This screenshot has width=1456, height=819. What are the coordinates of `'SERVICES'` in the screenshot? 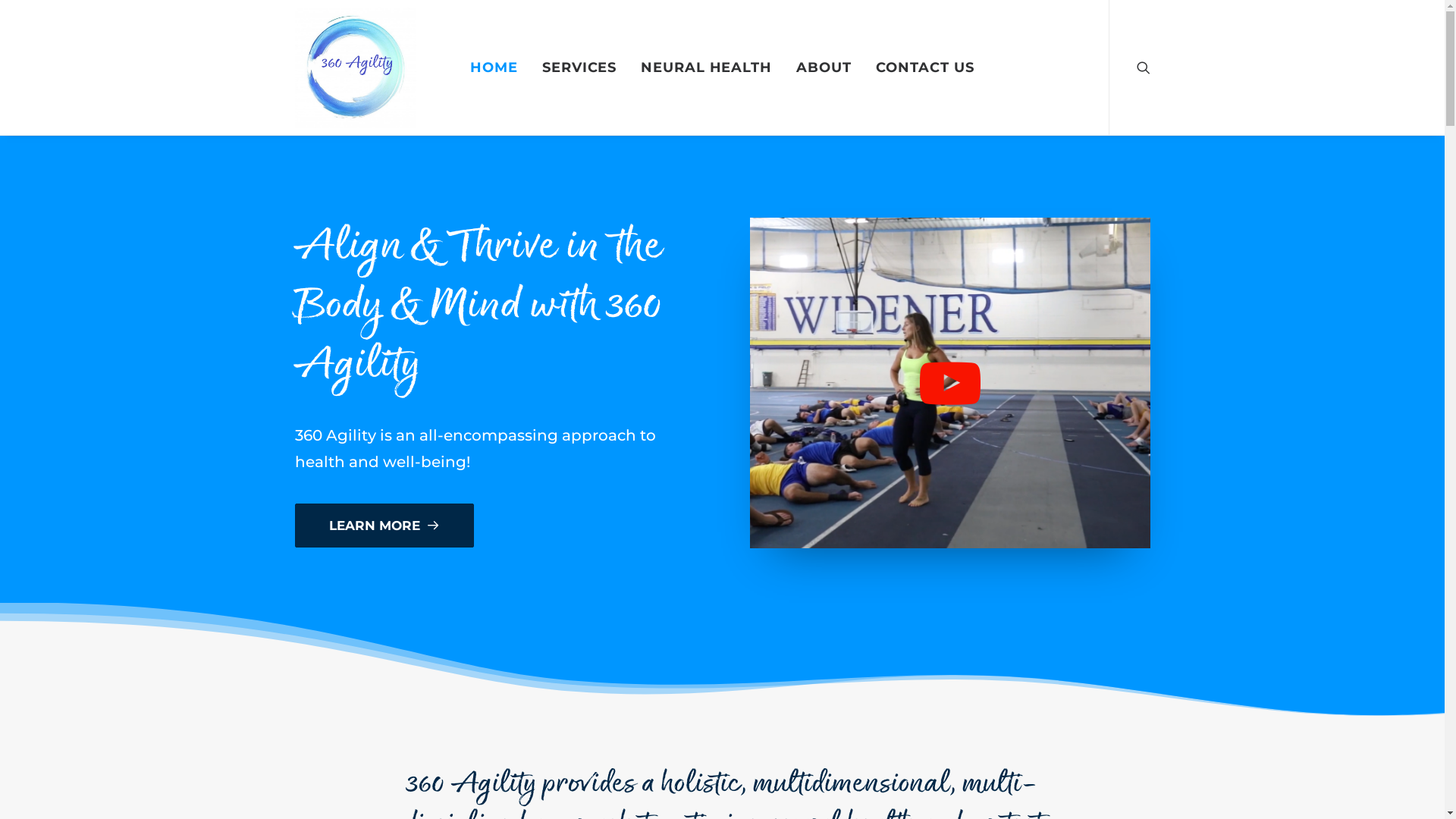 It's located at (531, 66).